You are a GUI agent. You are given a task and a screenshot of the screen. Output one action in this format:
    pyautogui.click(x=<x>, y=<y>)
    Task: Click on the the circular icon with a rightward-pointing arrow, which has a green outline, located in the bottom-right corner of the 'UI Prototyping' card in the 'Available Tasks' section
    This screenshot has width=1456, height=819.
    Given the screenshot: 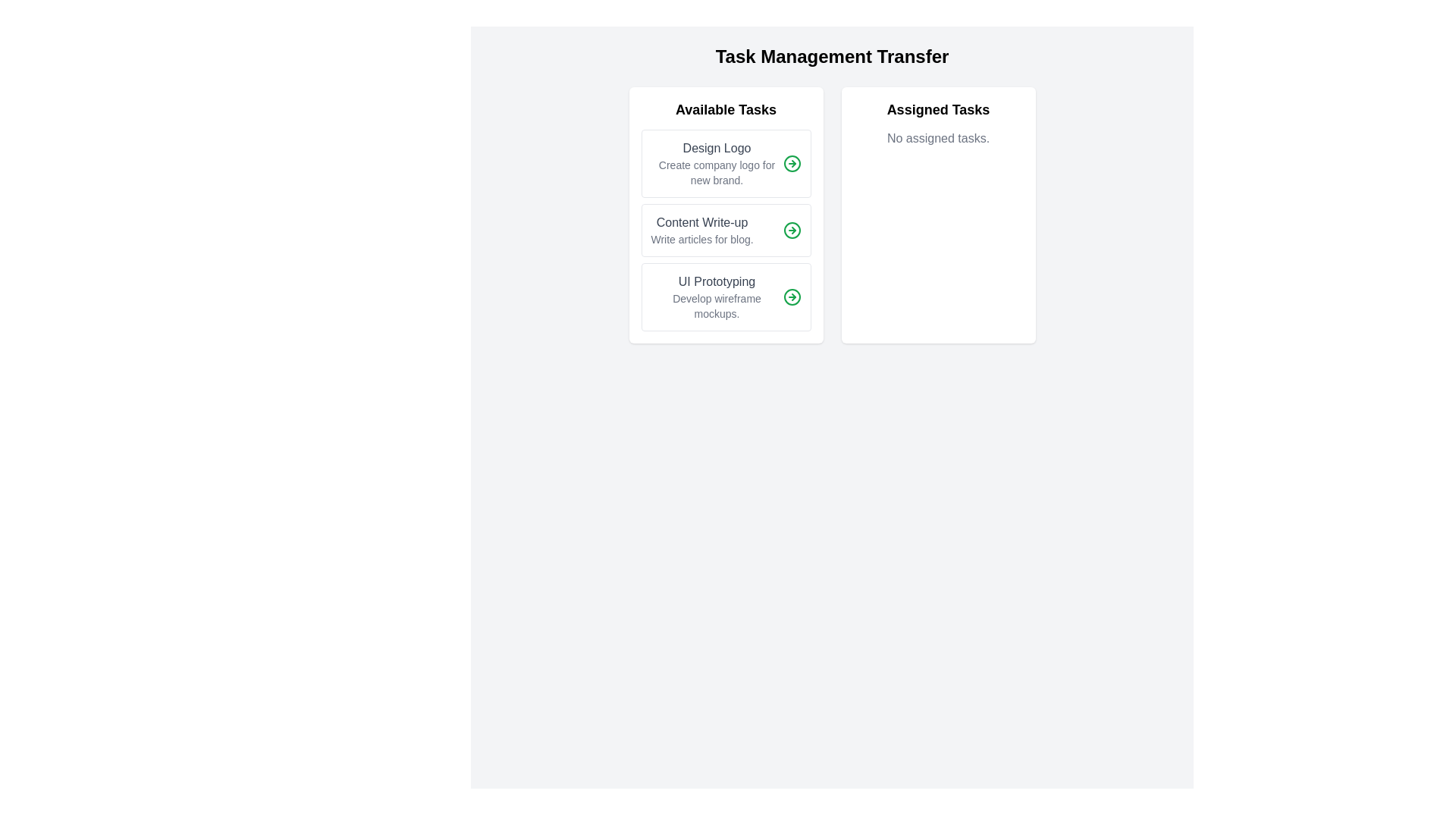 What is the action you would take?
    pyautogui.click(x=791, y=297)
    